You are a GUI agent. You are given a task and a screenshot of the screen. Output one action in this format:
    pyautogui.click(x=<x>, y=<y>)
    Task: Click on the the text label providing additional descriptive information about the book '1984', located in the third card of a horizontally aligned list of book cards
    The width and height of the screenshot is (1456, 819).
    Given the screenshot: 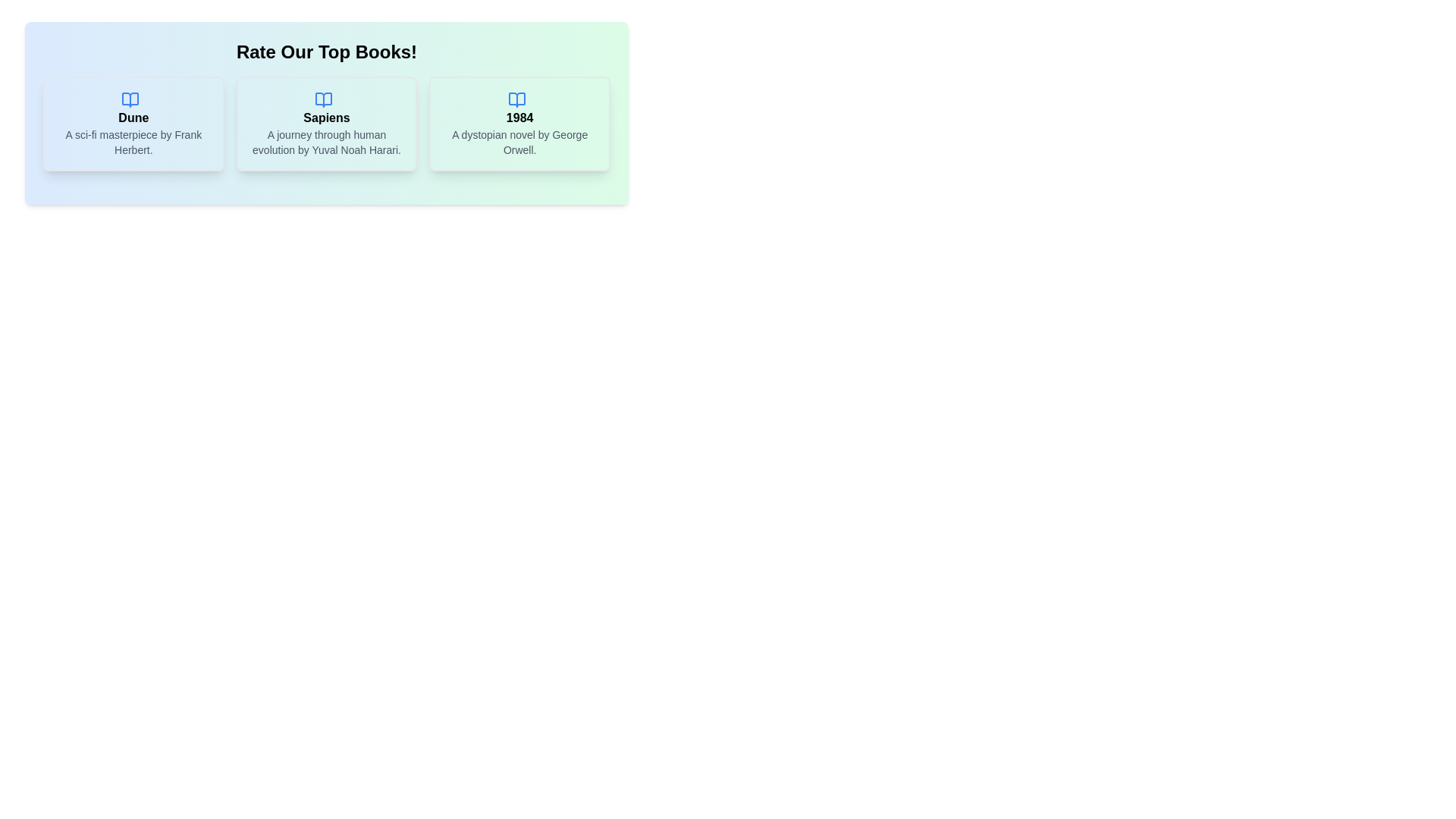 What is the action you would take?
    pyautogui.click(x=519, y=142)
    